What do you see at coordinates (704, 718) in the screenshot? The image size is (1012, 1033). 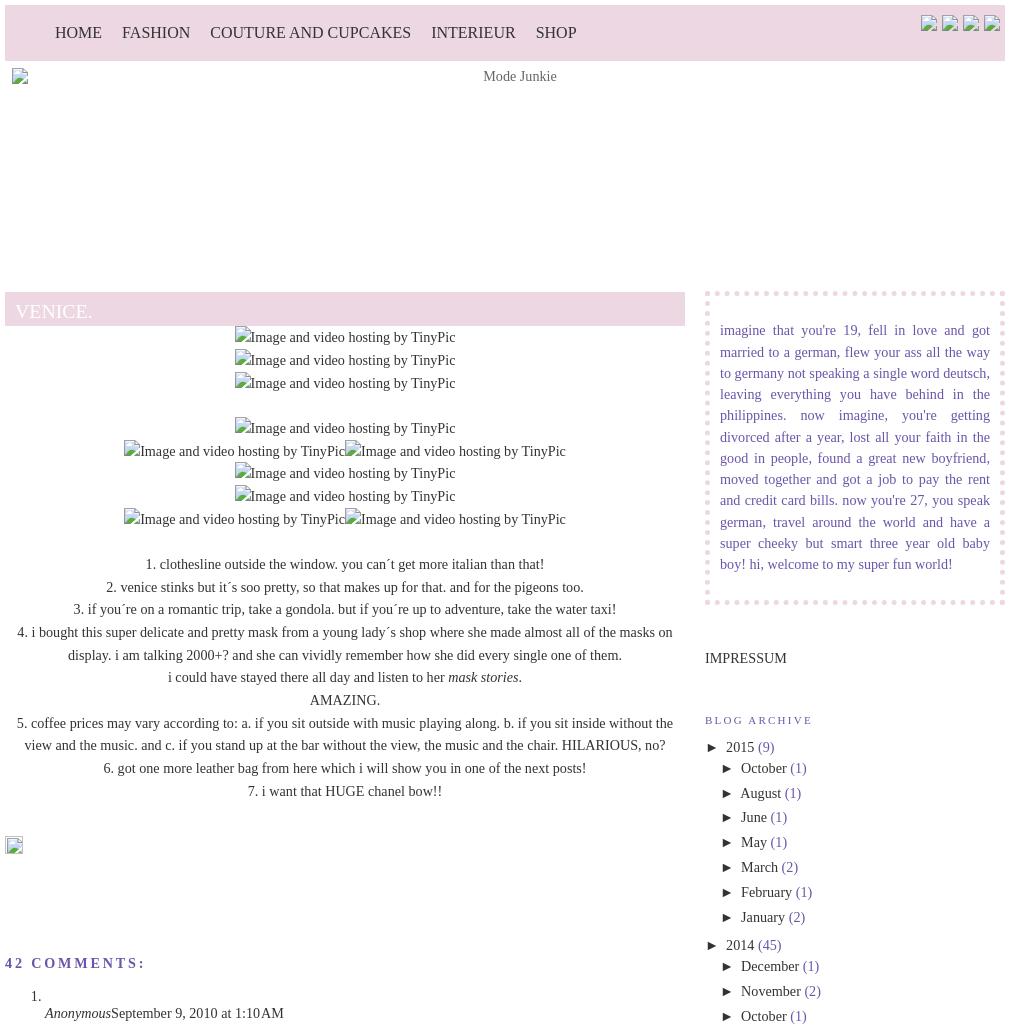 I see `'Blog Archive'` at bounding box center [704, 718].